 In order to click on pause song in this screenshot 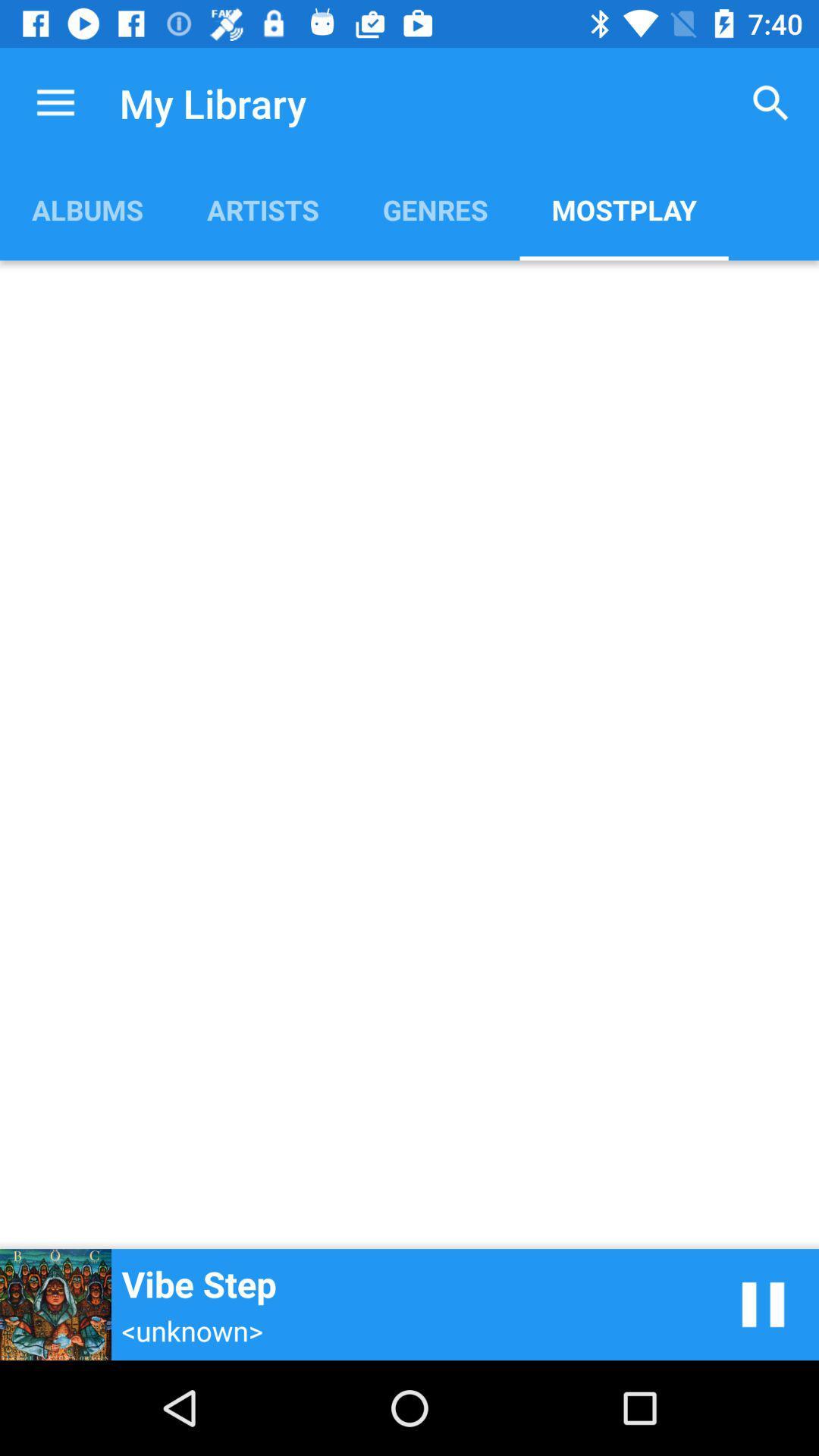, I will do `click(763, 1304)`.